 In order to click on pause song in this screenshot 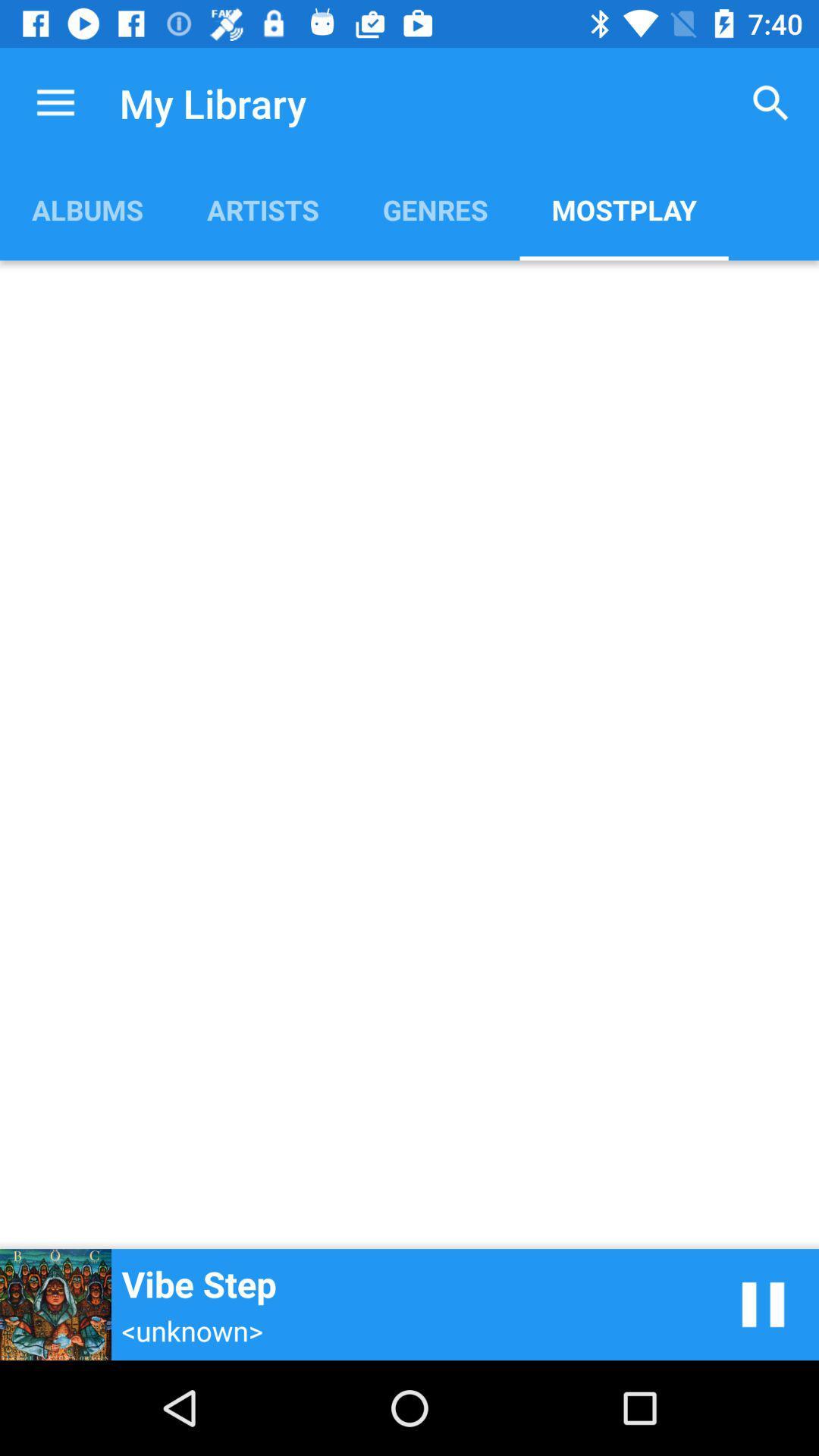, I will do `click(763, 1304)`.